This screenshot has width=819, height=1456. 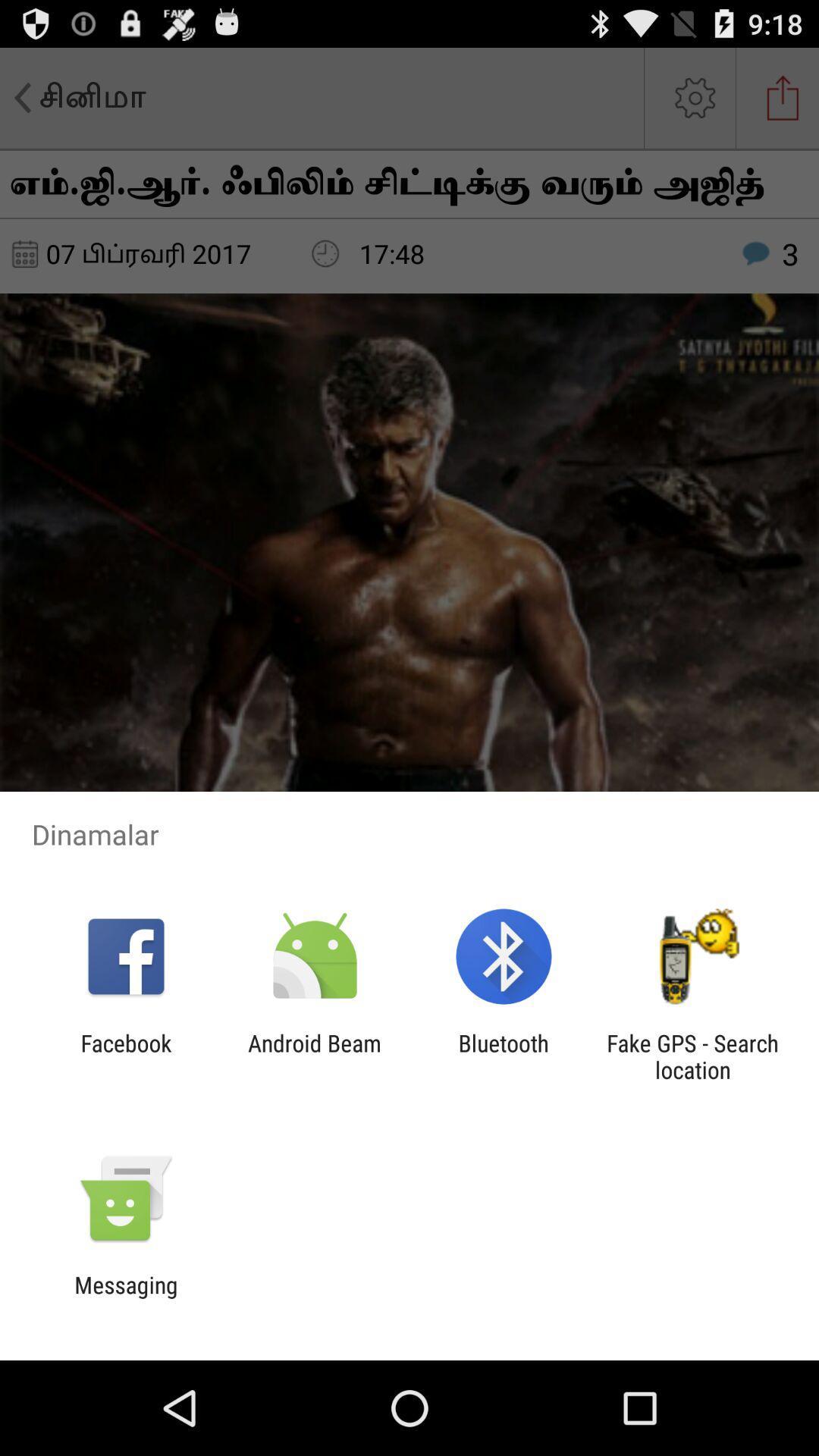 What do you see at coordinates (504, 1056) in the screenshot?
I see `the icon next to the fake gps search icon` at bounding box center [504, 1056].